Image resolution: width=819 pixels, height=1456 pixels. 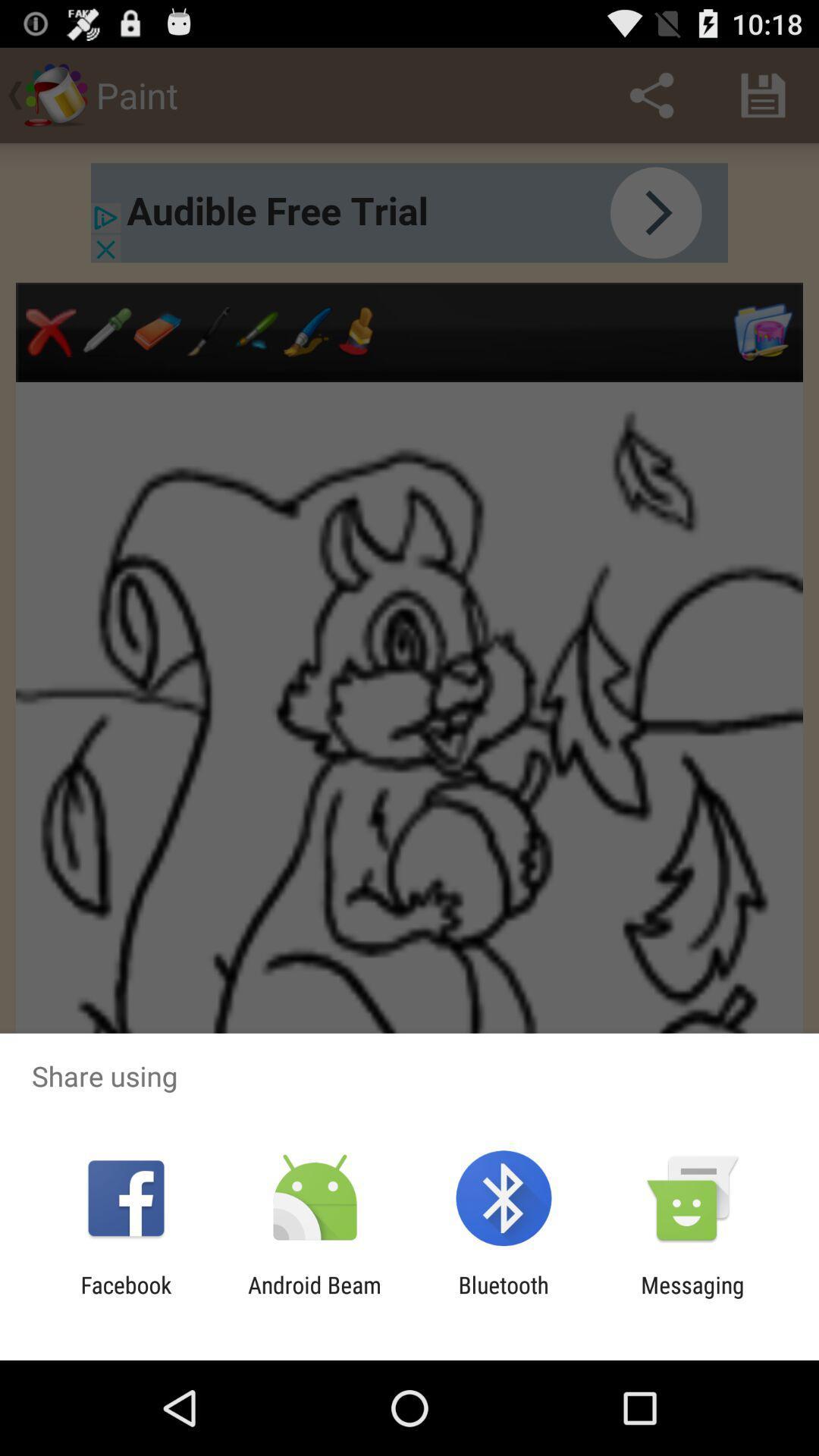 What do you see at coordinates (314, 1298) in the screenshot?
I see `the android beam app` at bounding box center [314, 1298].